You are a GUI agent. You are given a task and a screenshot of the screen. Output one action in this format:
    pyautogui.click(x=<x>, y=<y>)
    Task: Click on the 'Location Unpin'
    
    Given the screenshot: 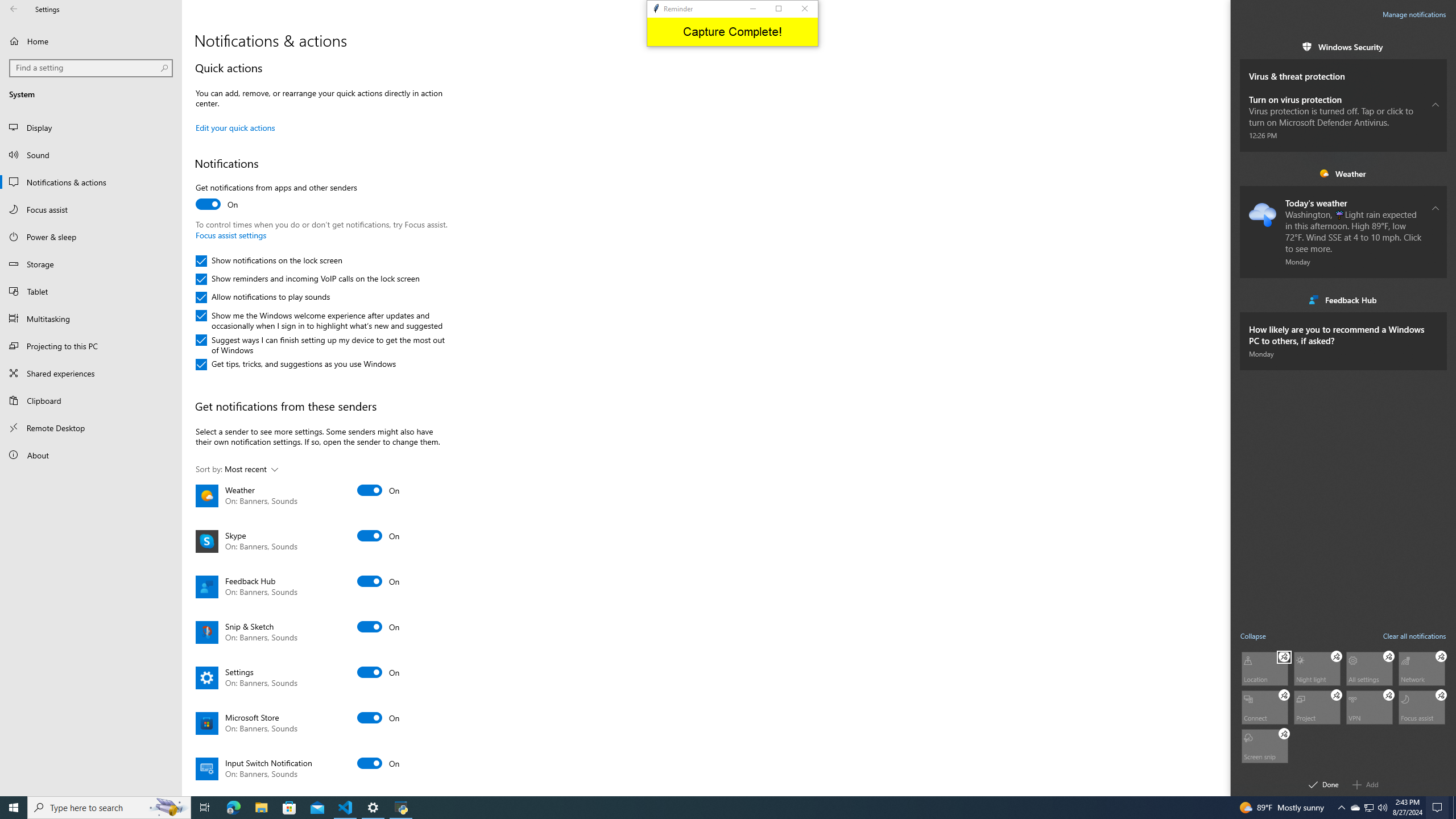 What is the action you would take?
    pyautogui.click(x=1284, y=655)
    